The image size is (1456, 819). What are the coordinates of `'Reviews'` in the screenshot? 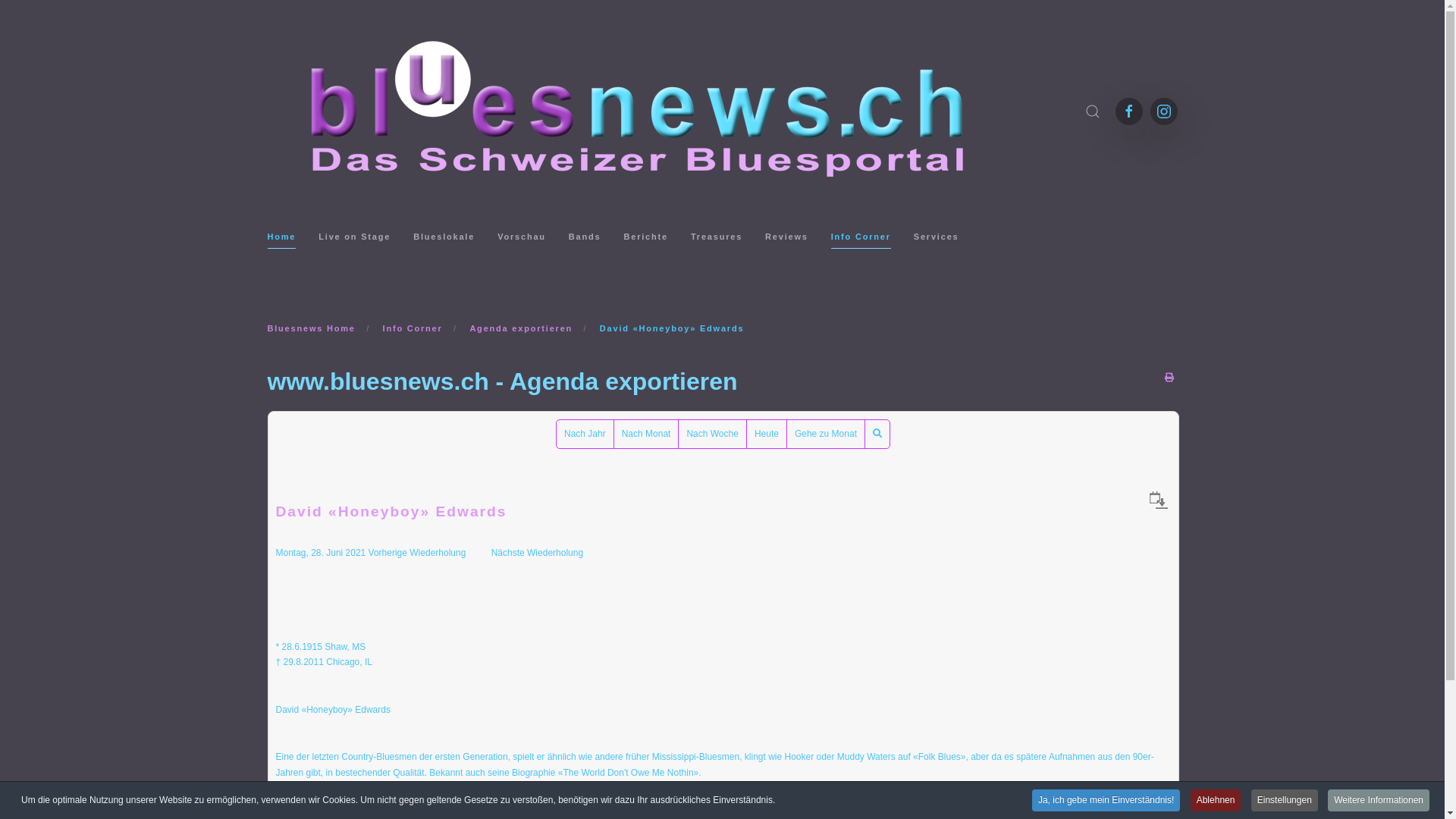 It's located at (786, 237).